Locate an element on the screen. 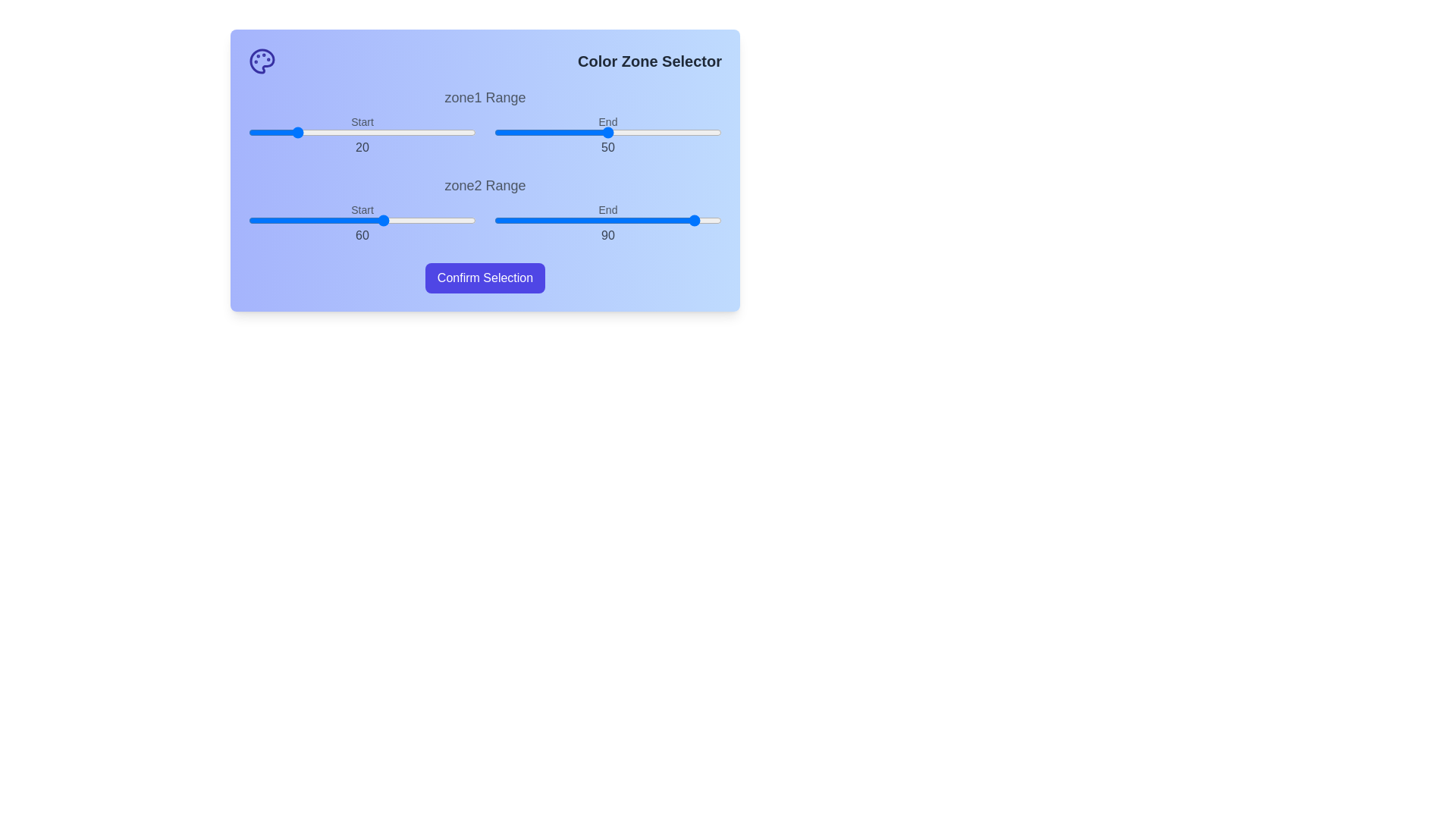  the end range slider for zone2 to 24 is located at coordinates (548, 220).